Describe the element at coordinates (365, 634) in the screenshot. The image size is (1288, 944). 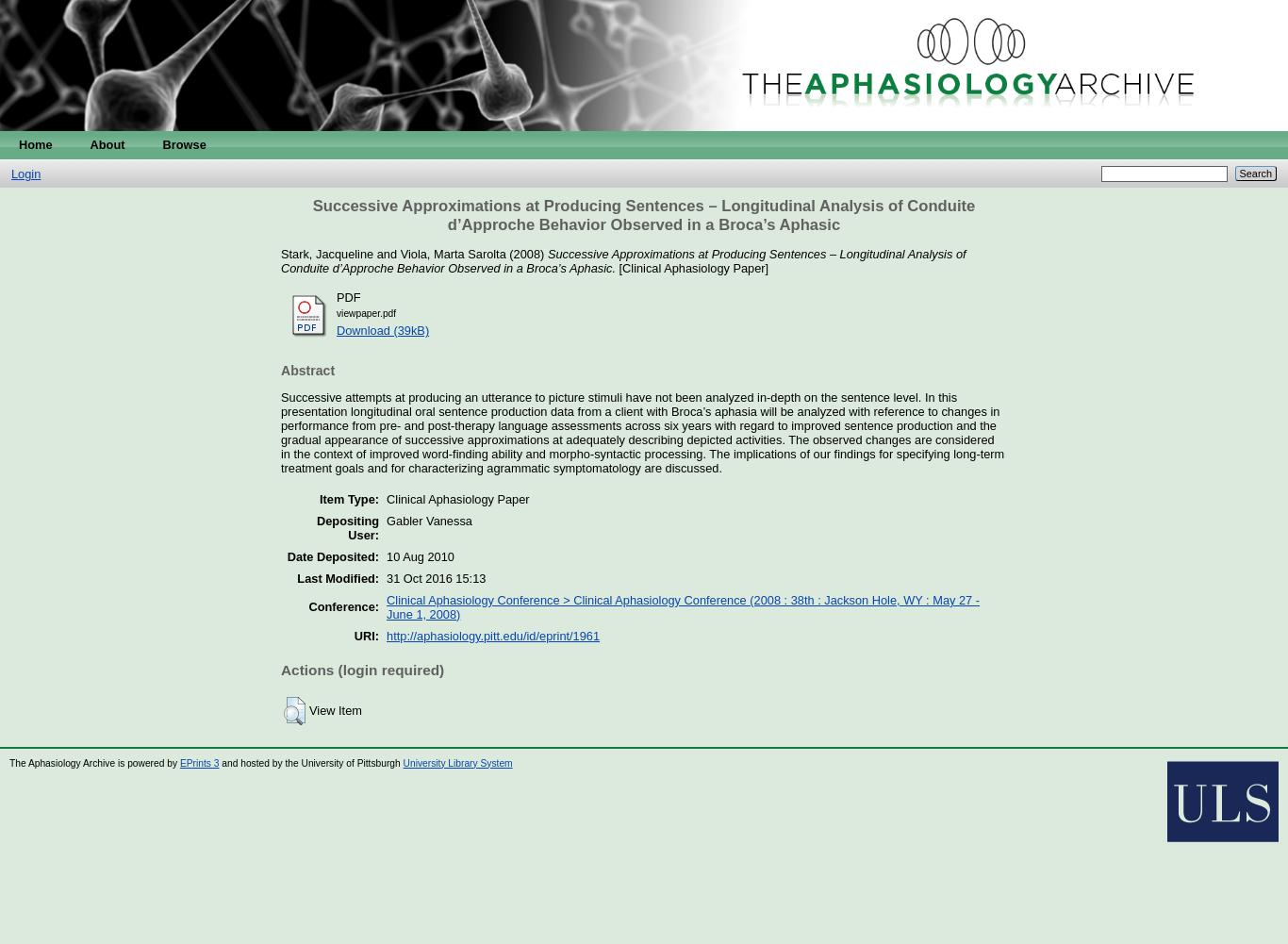
I see `'URI:'` at that location.